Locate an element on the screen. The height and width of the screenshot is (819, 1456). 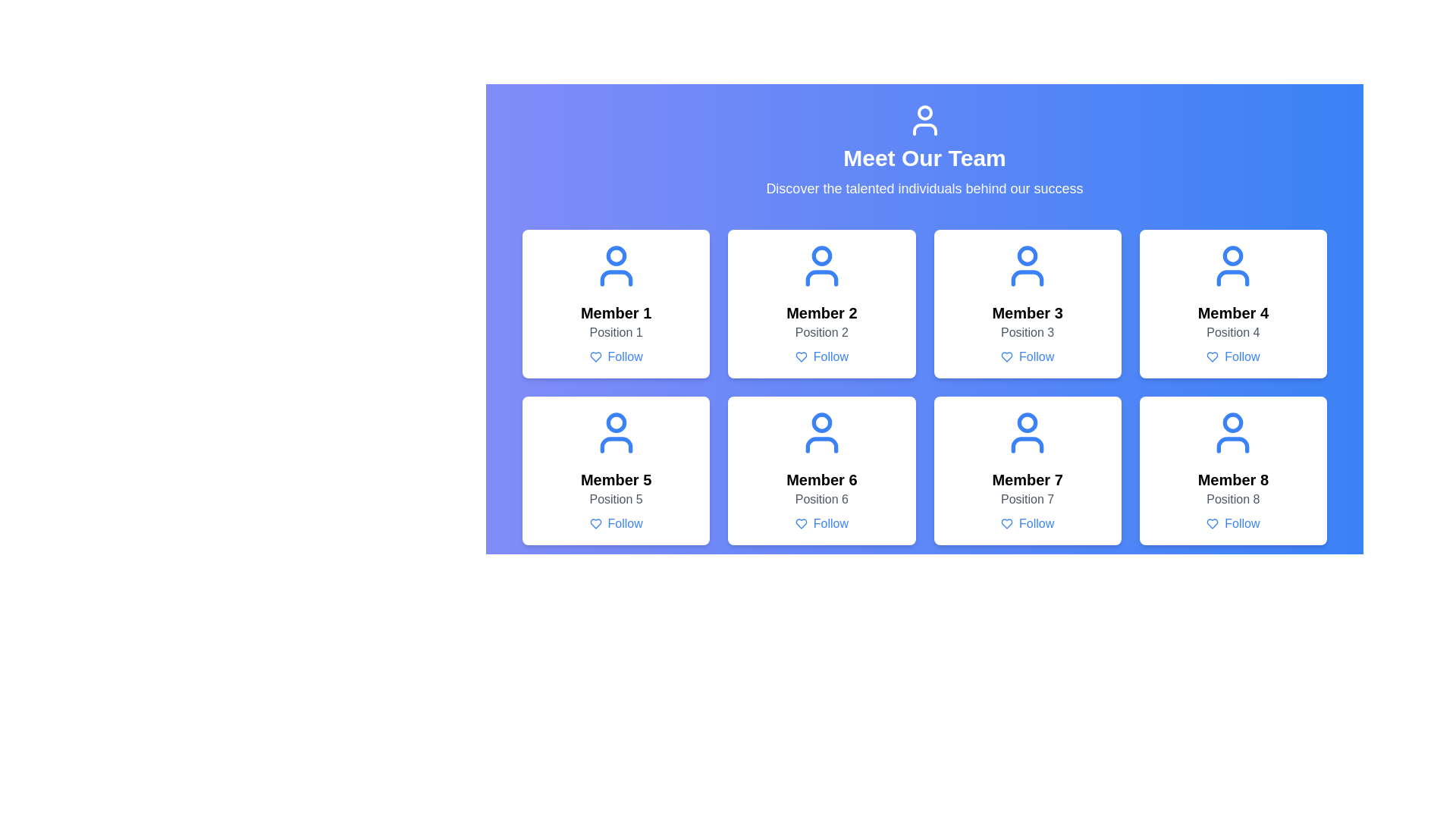
the user silhouette icon, which is blue and located in the upper section of the third box in the top row of the grid layout, centered above the text 'Member 3' and 'Position 3' is located at coordinates (1028, 265).